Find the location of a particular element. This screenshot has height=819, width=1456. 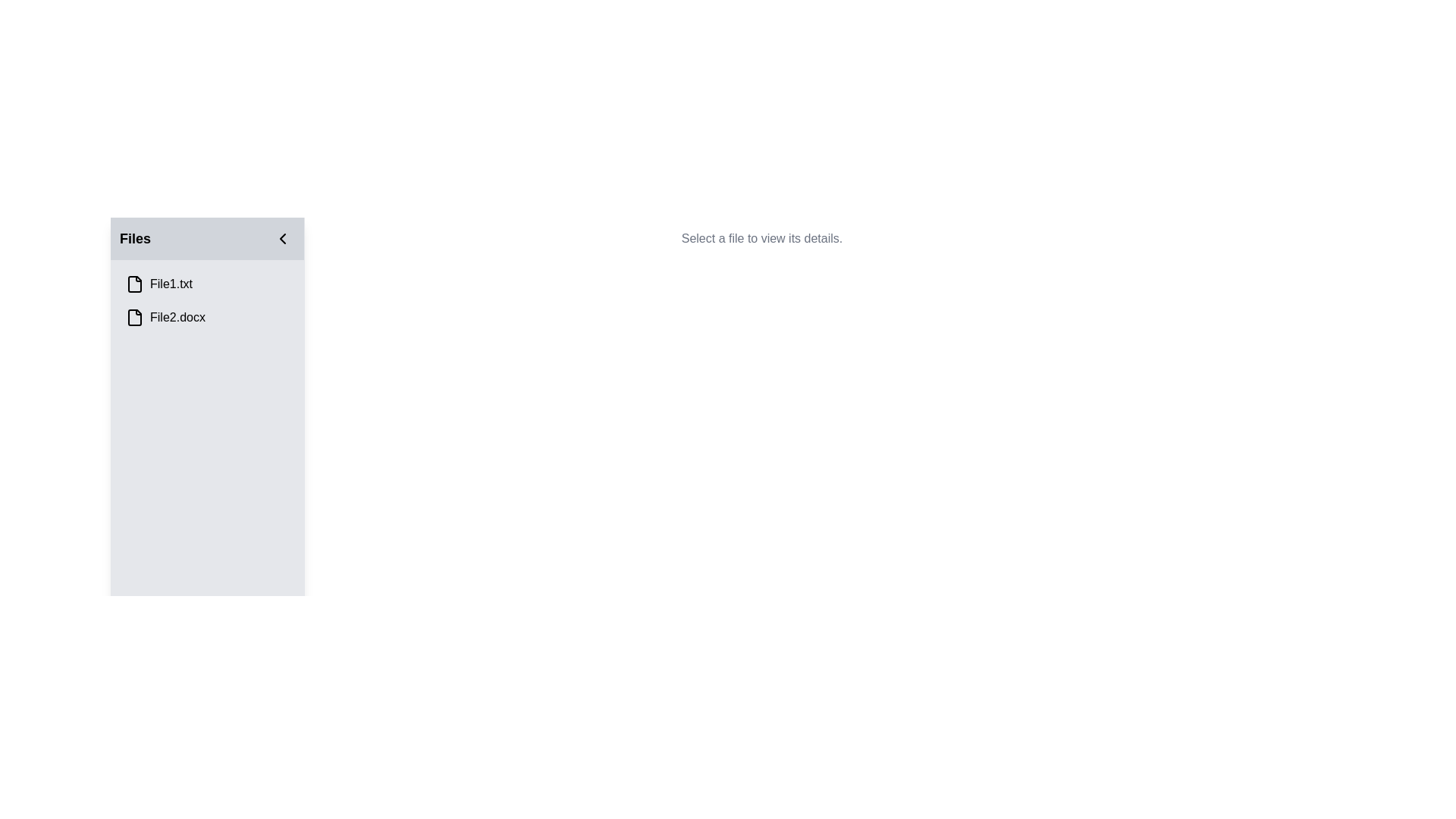

the icon representing the second file in the vertical list of file entries, which has a rectangular shape with a slightly cut corner, located in the sidebar of the interface is located at coordinates (134, 317).